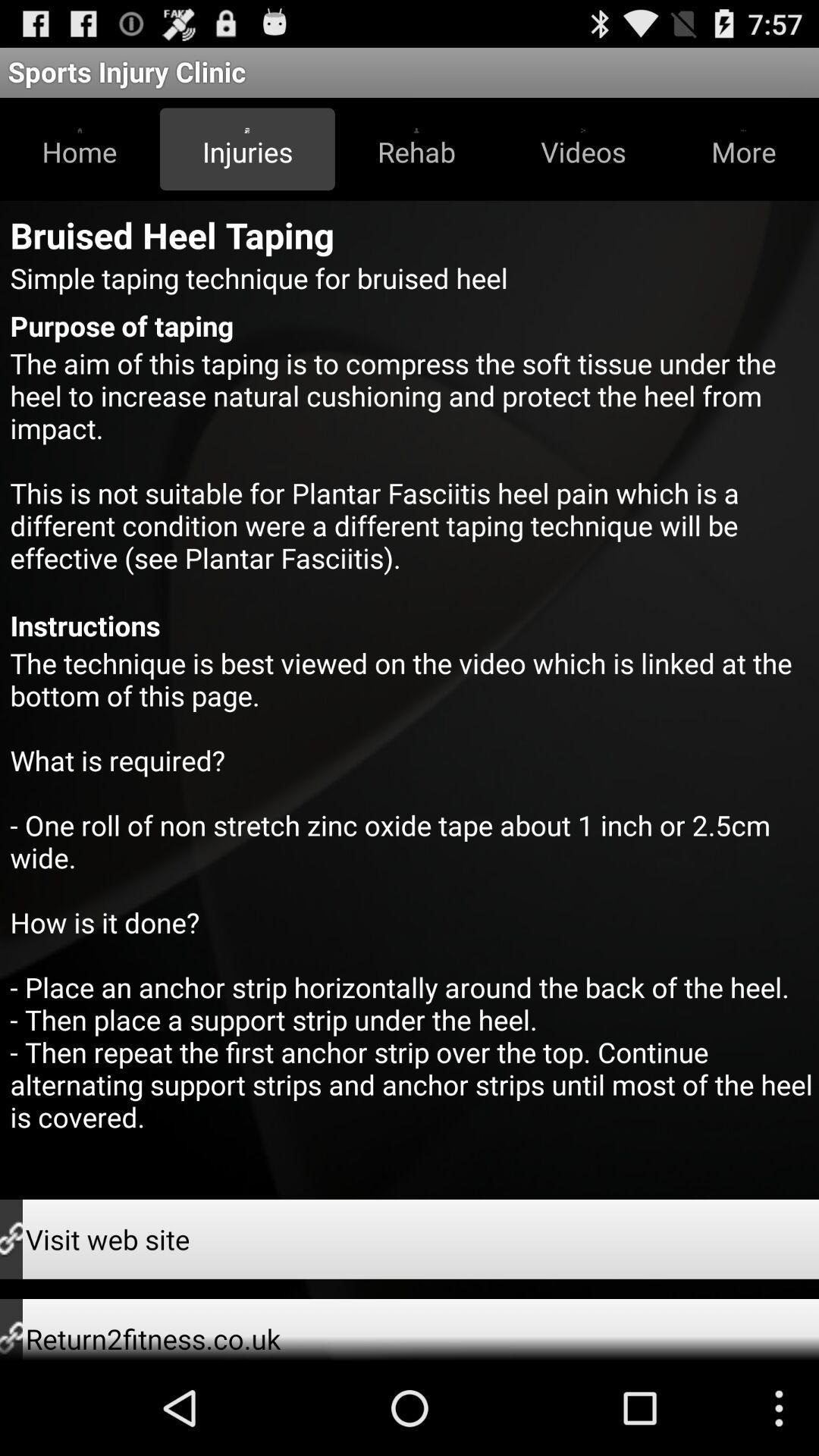  Describe the element at coordinates (582, 149) in the screenshot. I see `the videos icon` at that location.